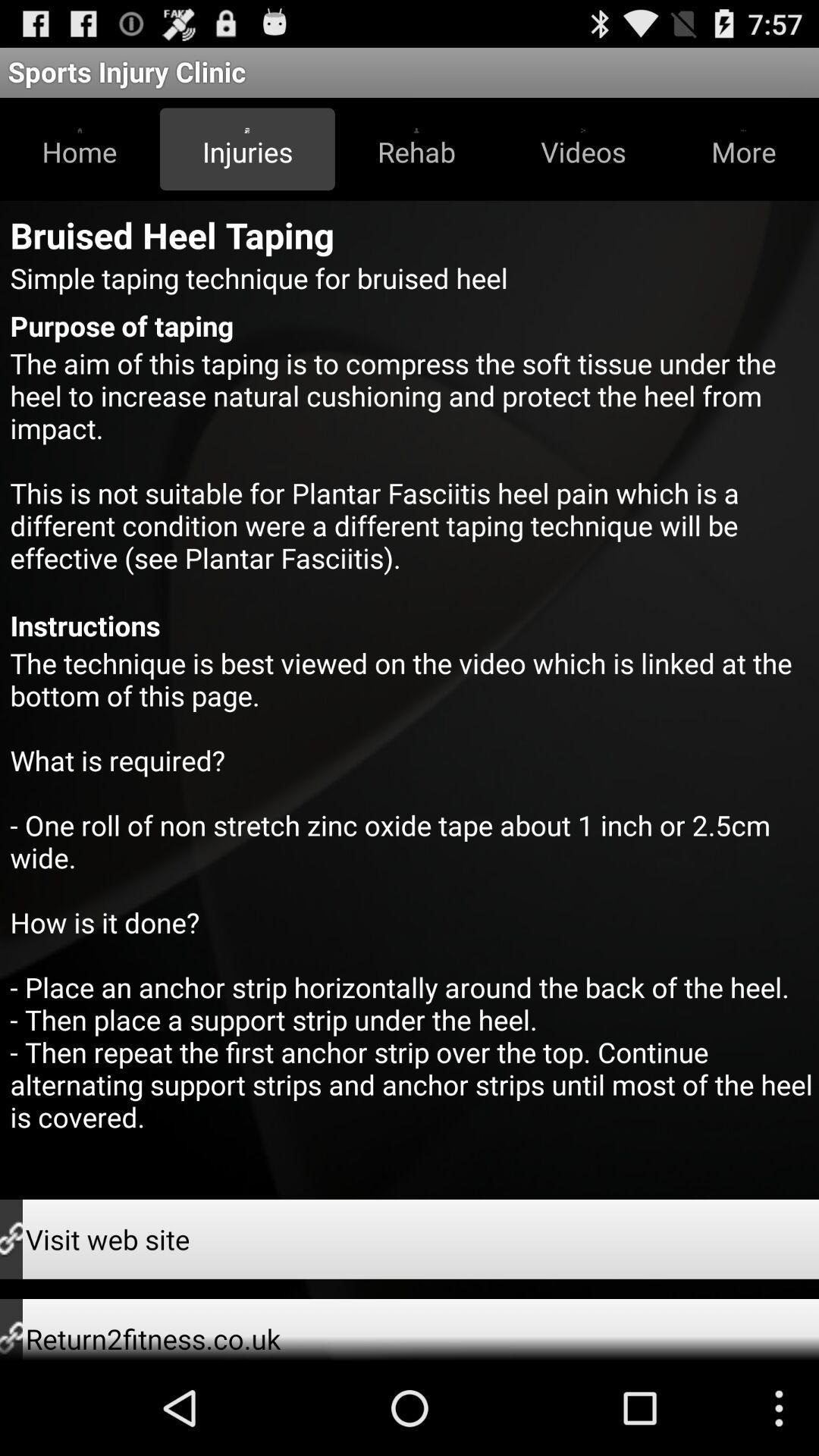  Describe the element at coordinates (582, 149) in the screenshot. I see `the videos icon` at that location.